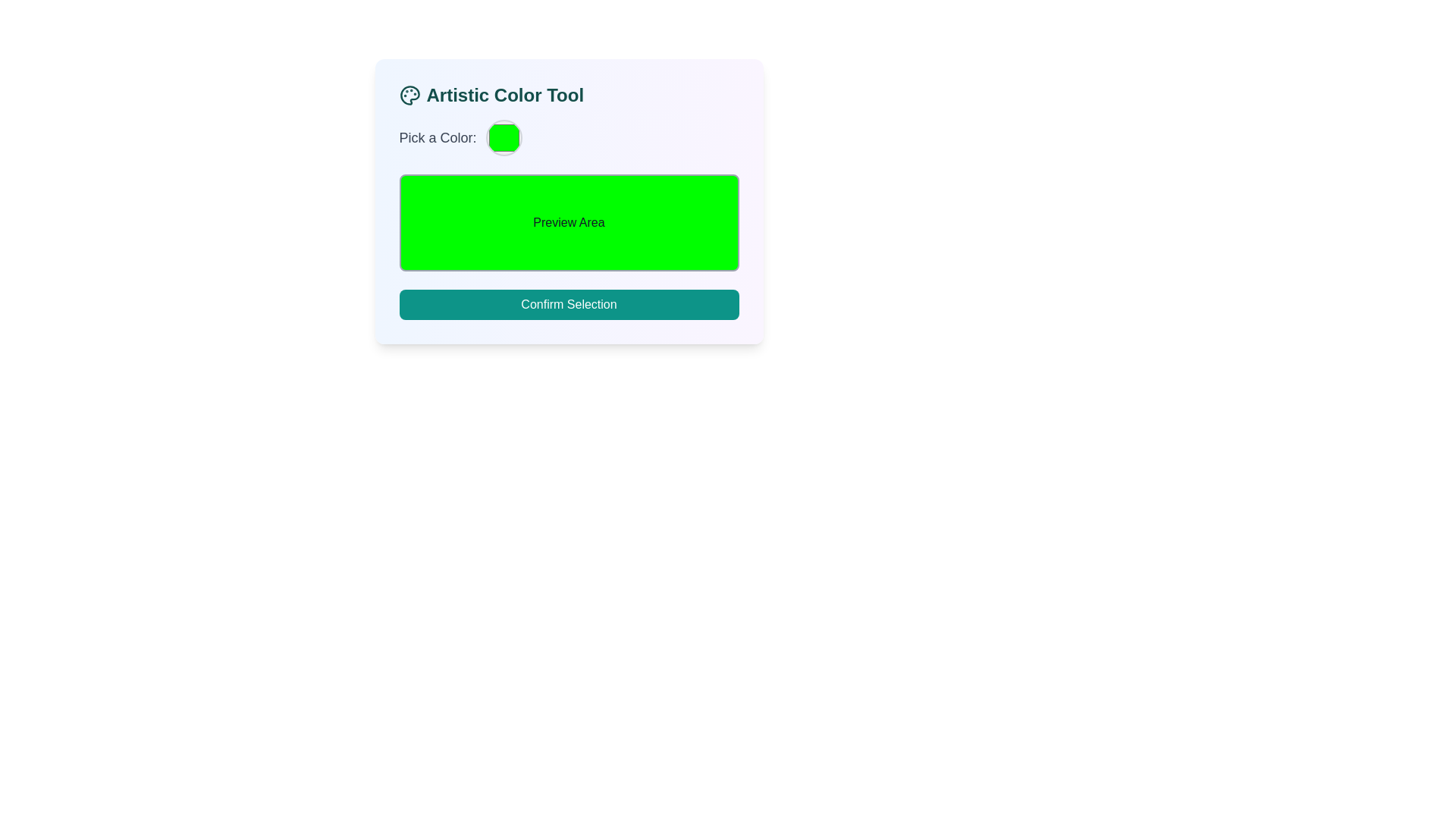 The width and height of the screenshot is (1456, 819). I want to click on the circular Color Picker Option with a vivid green fill and gray border, so click(503, 137).